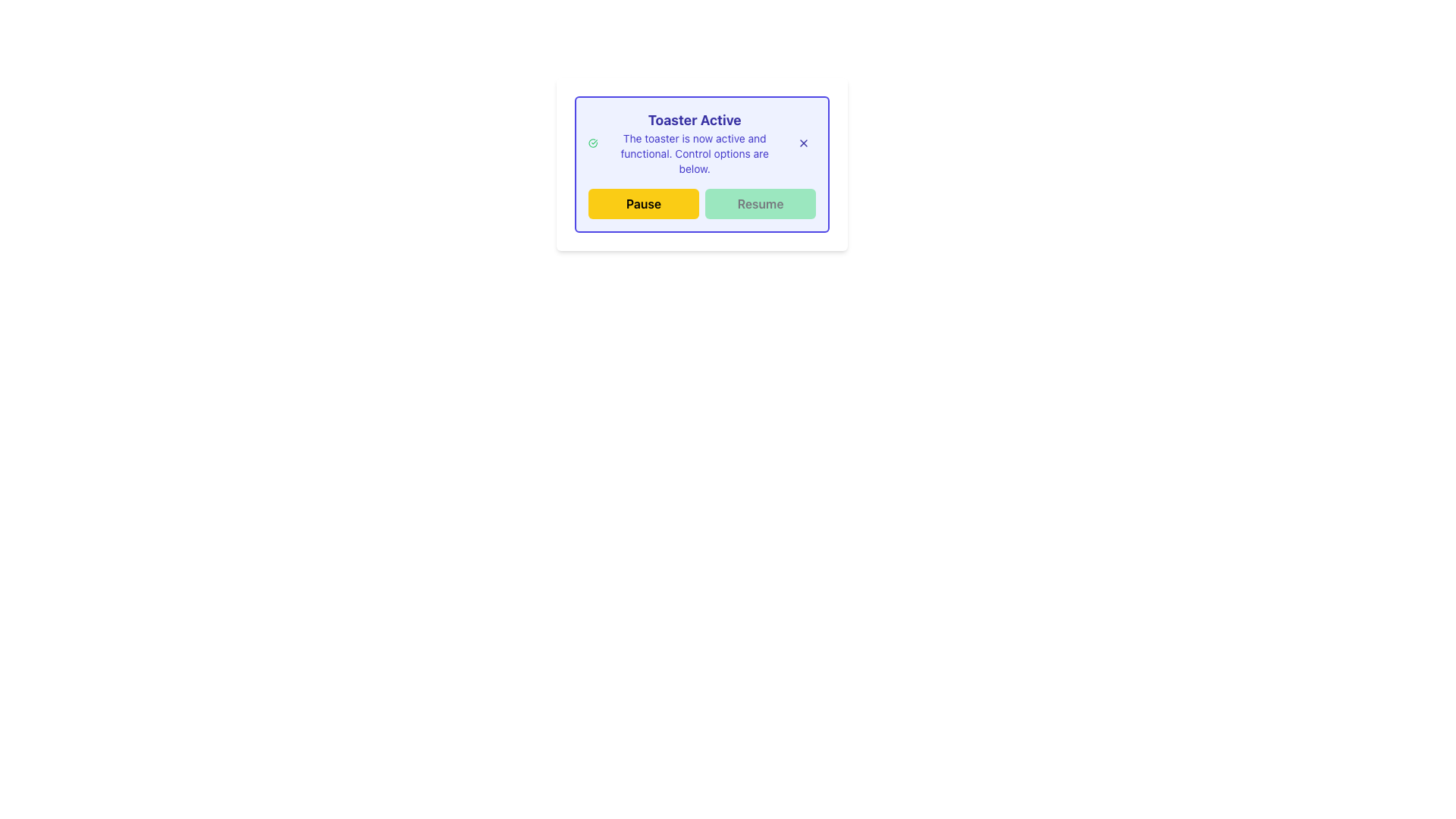 The width and height of the screenshot is (1456, 819). Describe the element at coordinates (644, 203) in the screenshot. I see `the pause button located below the message 'The toaster is now active and functional.'` at that location.